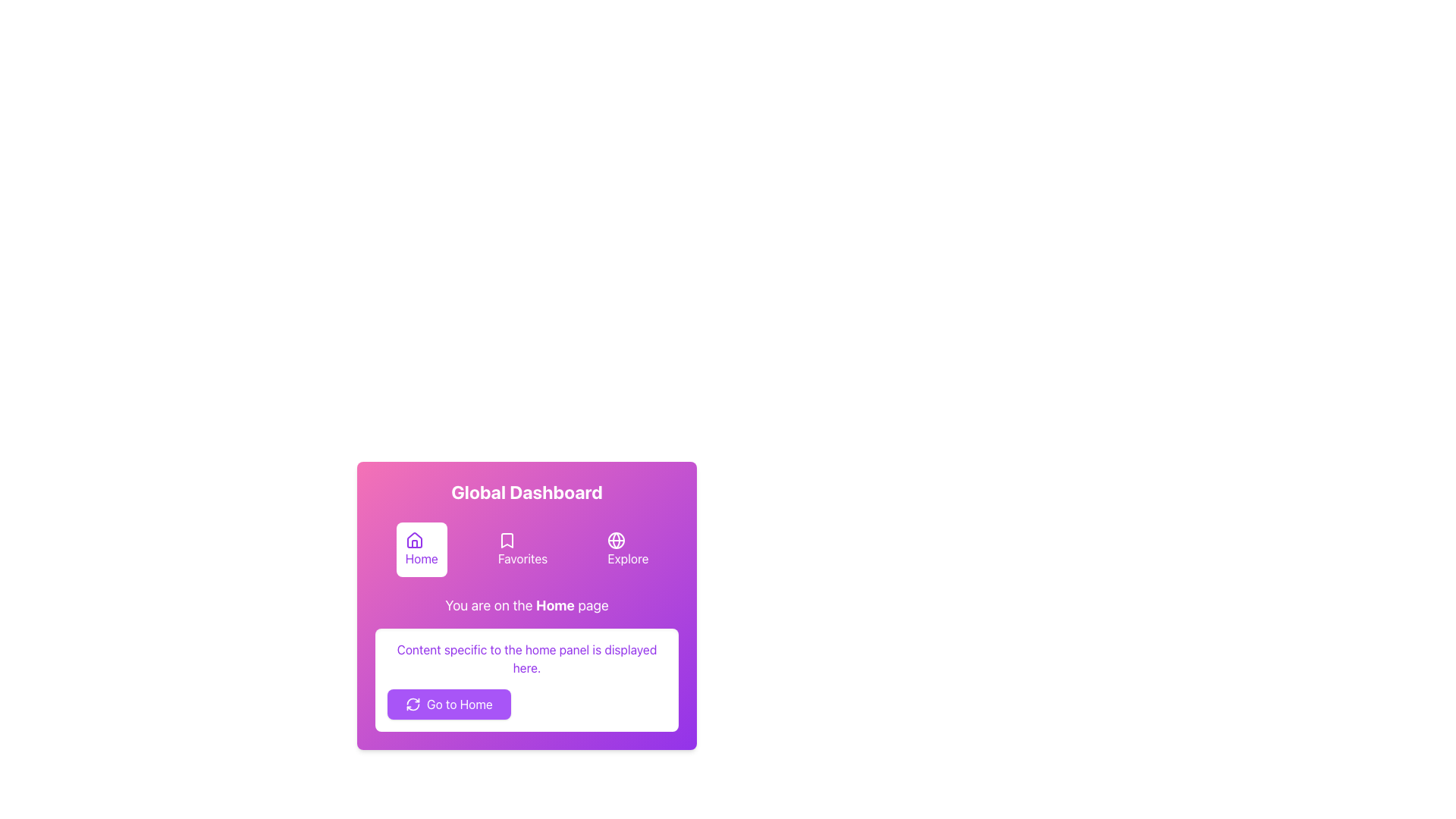  I want to click on the globe icon within the 'Explore' button to trigger the tooltip or highlight effect, so click(617, 540).